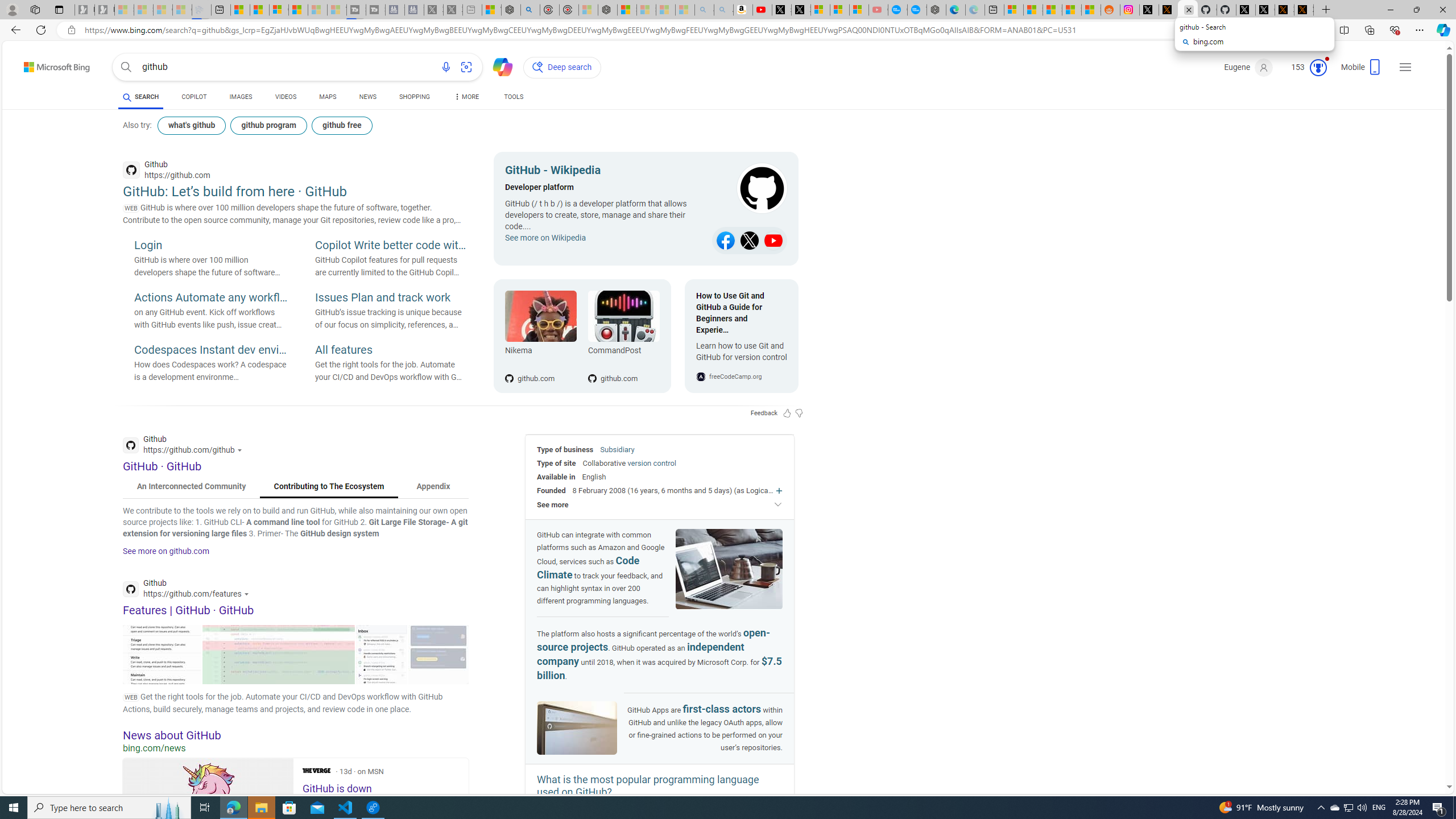 This screenshot has height=819, width=1456. I want to click on 'Feedback Like', so click(786, 412).